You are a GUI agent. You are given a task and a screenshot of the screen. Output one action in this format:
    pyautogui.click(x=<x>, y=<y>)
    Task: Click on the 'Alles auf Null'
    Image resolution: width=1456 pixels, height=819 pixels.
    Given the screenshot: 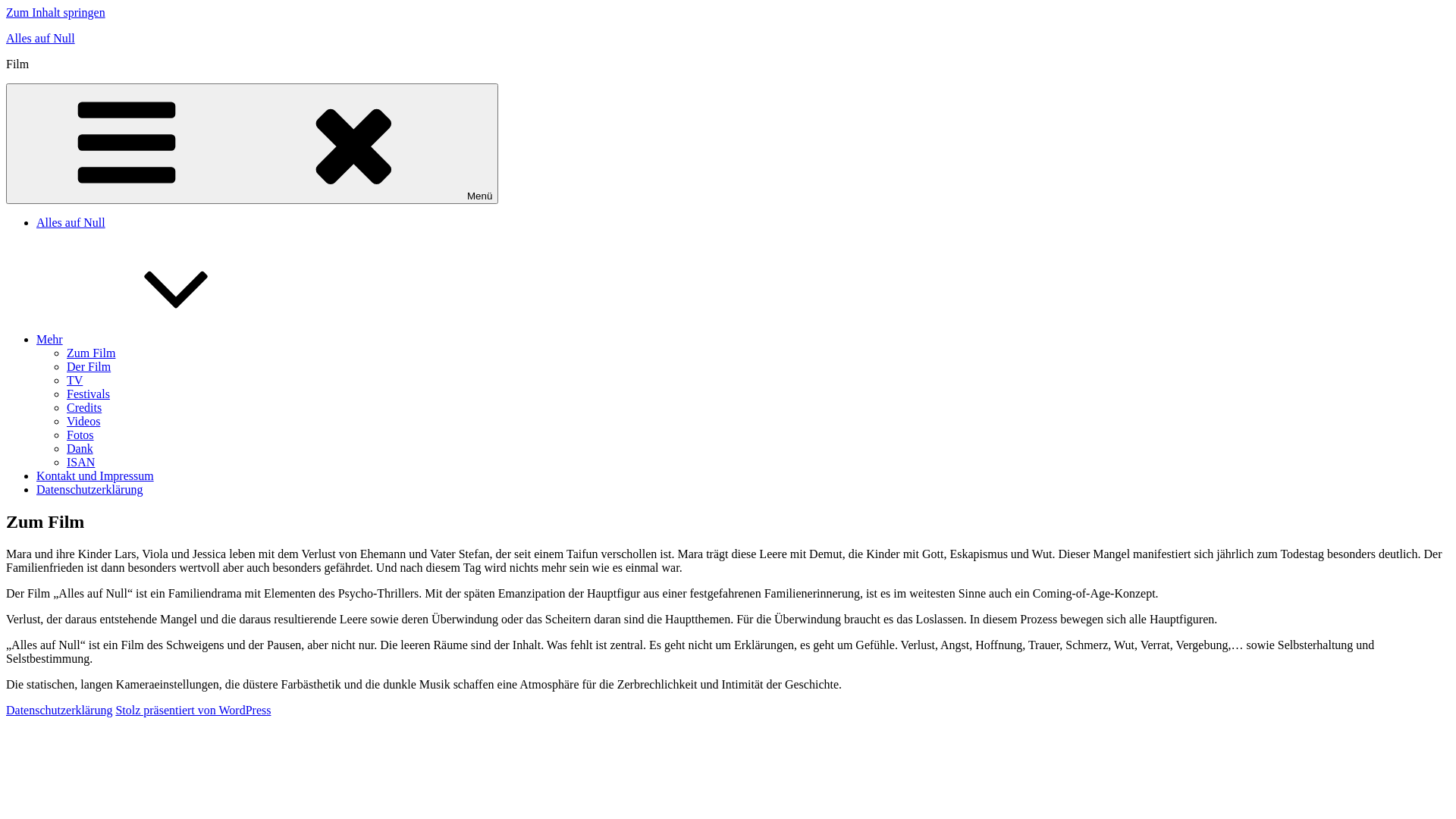 What is the action you would take?
    pyautogui.click(x=40, y=37)
    